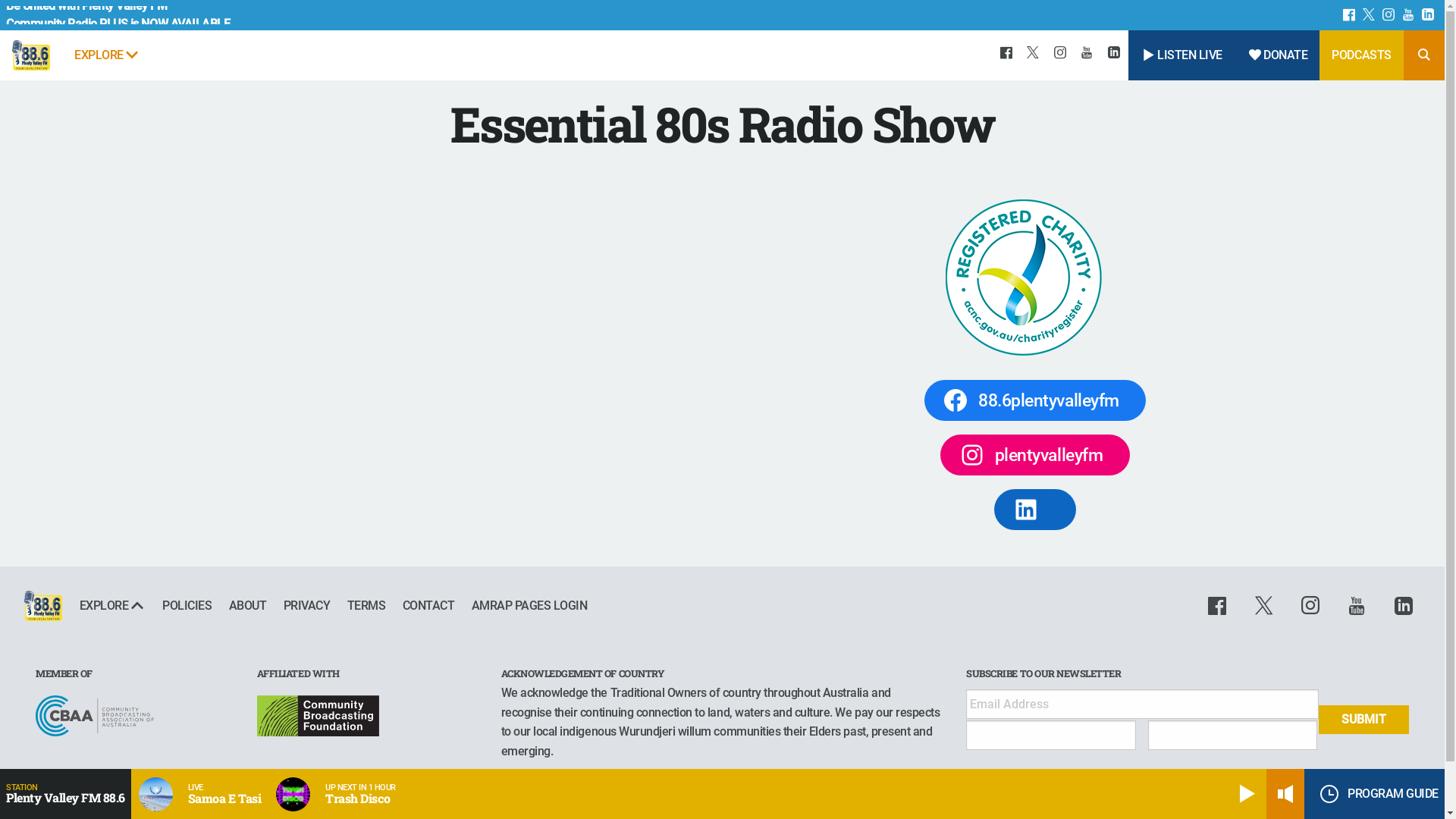 This screenshot has width=1456, height=819. Describe the element at coordinates (247, 604) in the screenshot. I see `'ABOUT'` at that location.